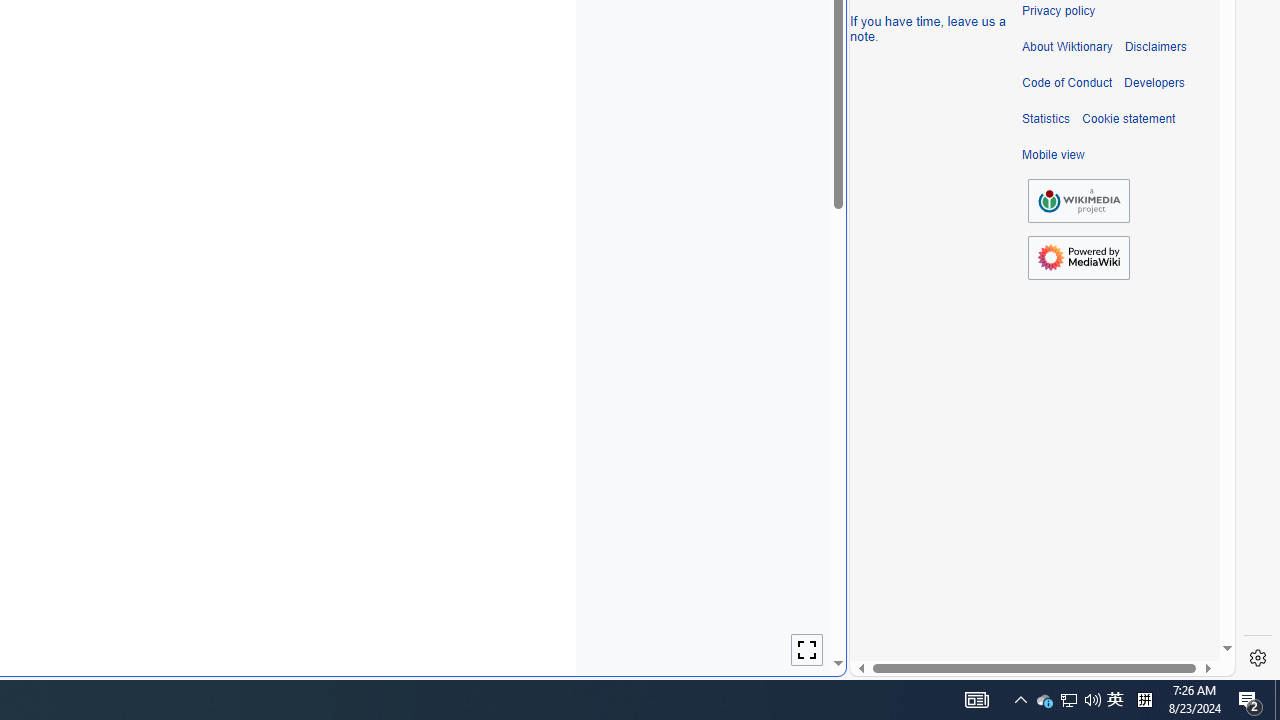 The image size is (1280, 720). What do you see at coordinates (1045, 119) in the screenshot?
I see `'Statistics'` at bounding box center [1045, 119].